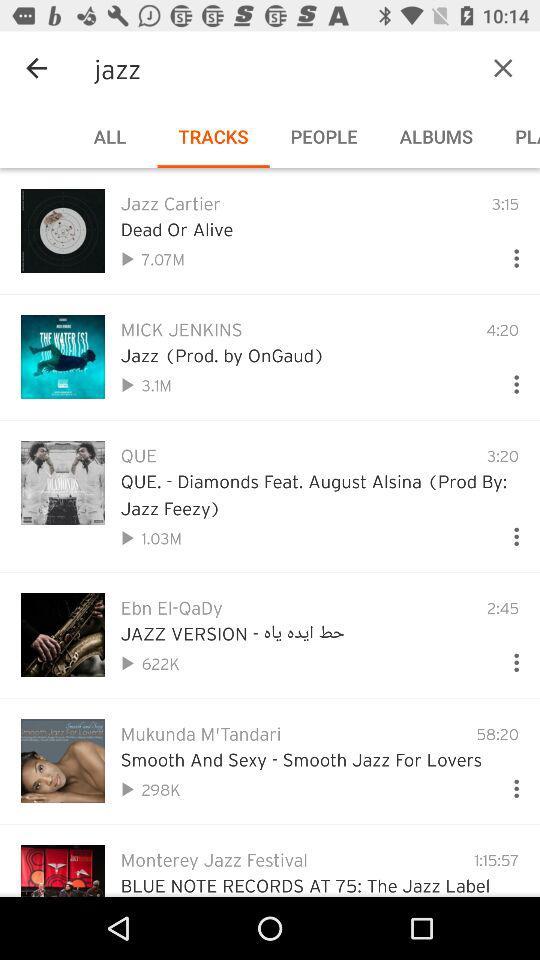 The width and height of the screenshot is (540, 960). What do you see at coordinates (508, 253) in the screenshot?
I see `open song options` at bounding box center [508, 253].